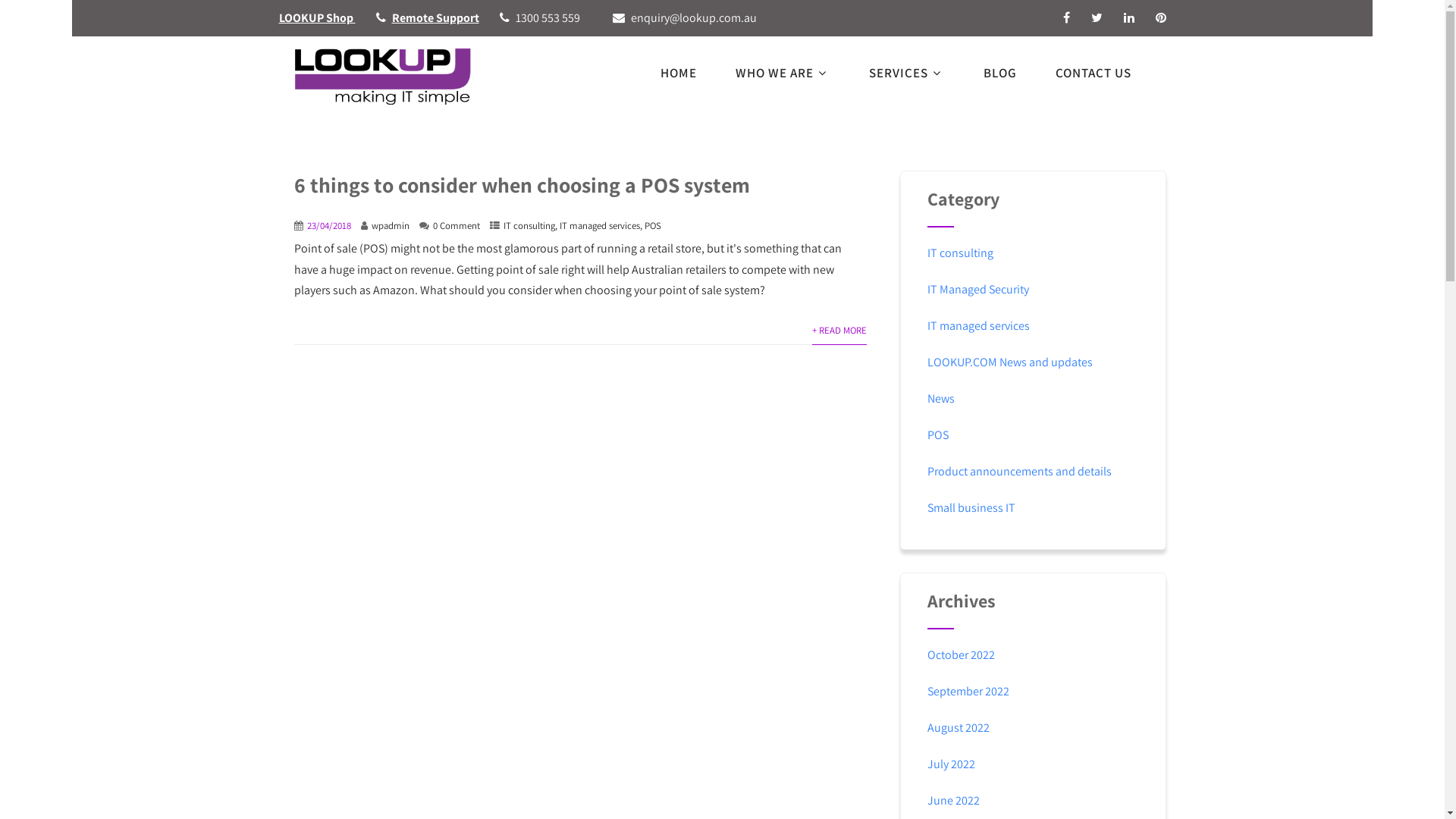 The height and width of the screenshot is (819, 1456). I want to click on 'Remote Support', so click(434, 17).